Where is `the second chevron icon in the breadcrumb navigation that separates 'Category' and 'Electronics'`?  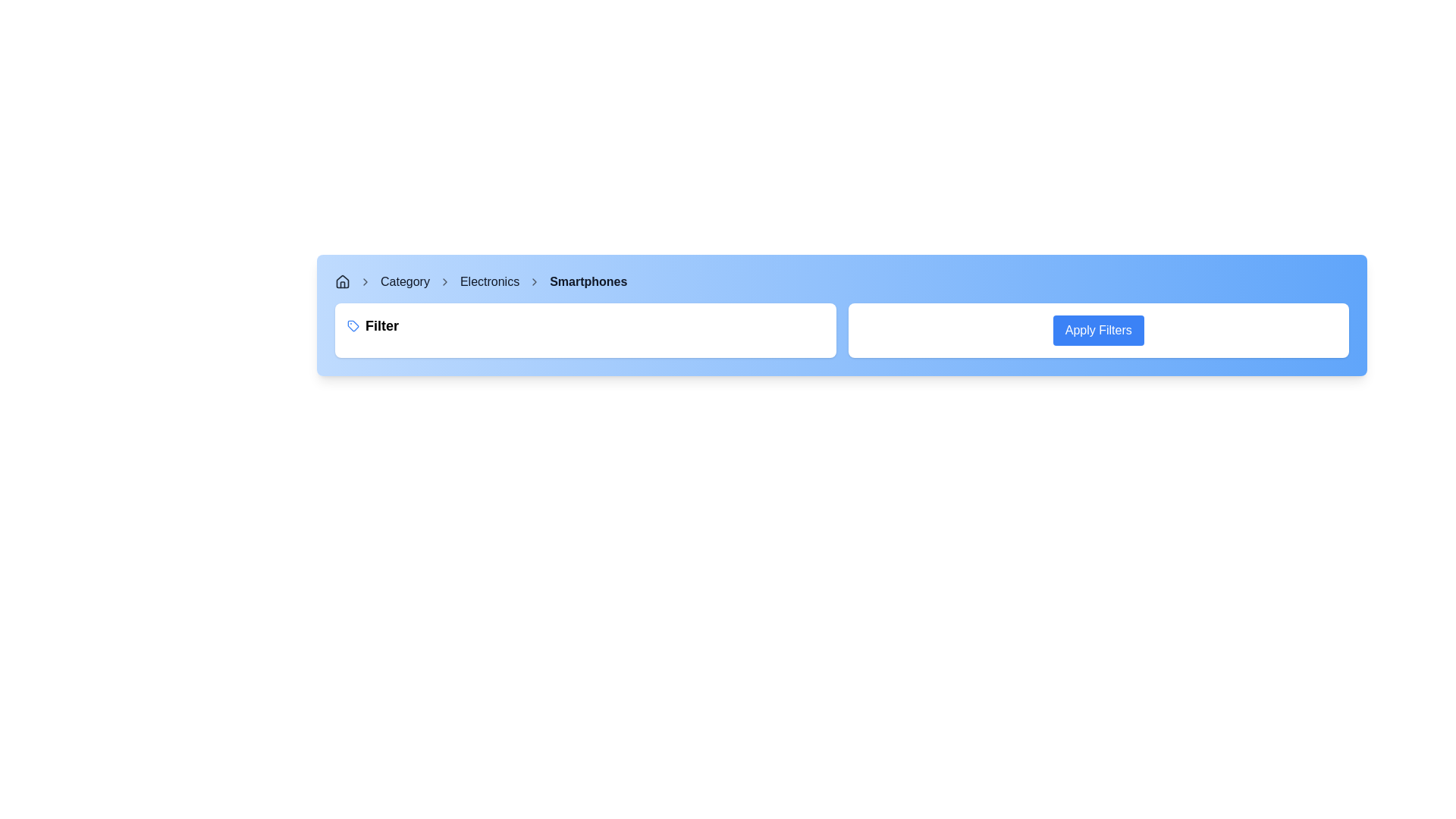 the second chevron icon in the breadcrumb navigation that separates 'Category' and 'Electronics' is located at coordinates (444, 281).